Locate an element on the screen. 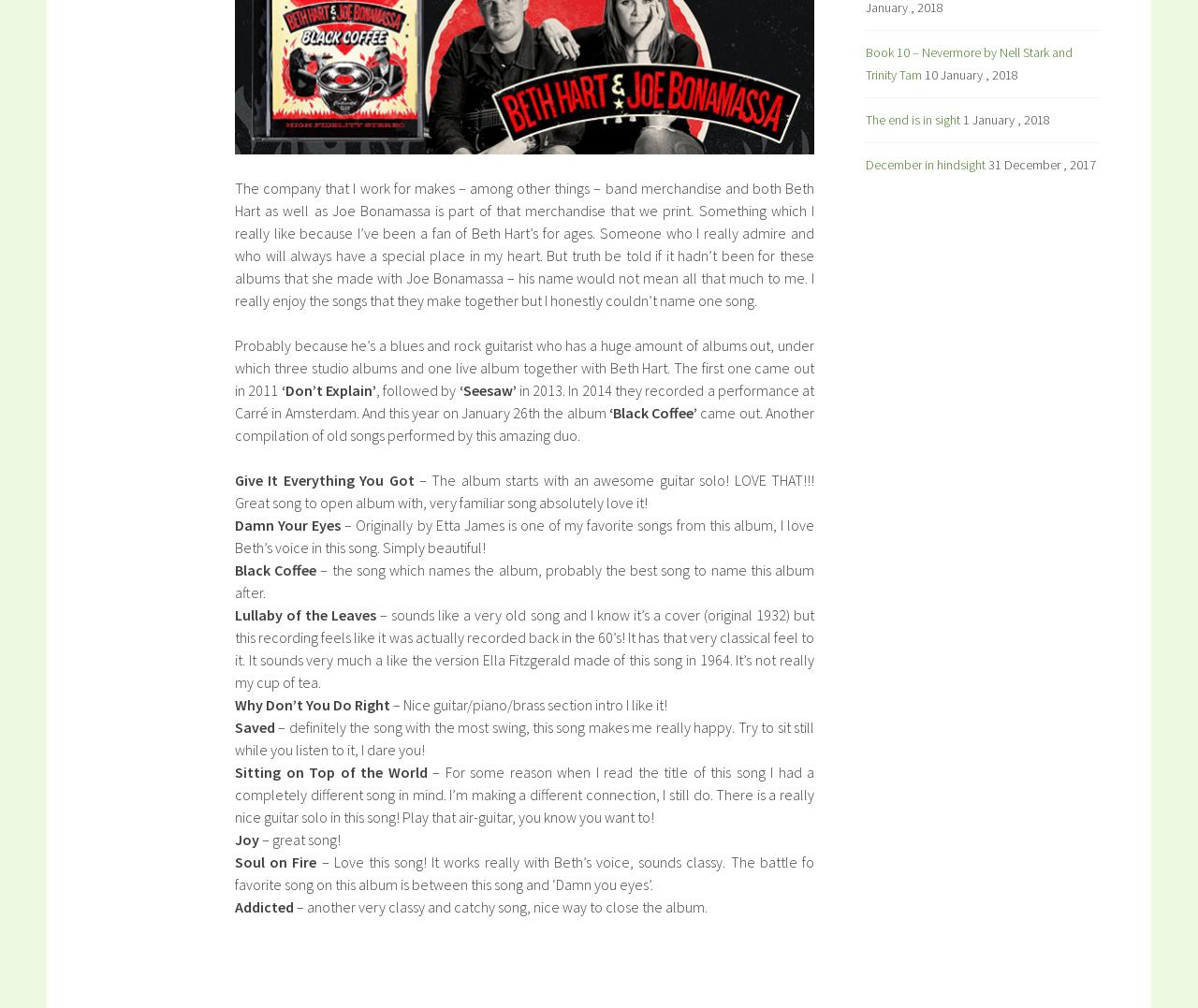 This screenshot has width=1198, height=1008. 'Probably because he’s a blues and rock guitarist who has a huge amount of albums out, under which three studio albums and one live album together with Beth Hart. The first one came out in 2011' is located at coordinates (524, 367).